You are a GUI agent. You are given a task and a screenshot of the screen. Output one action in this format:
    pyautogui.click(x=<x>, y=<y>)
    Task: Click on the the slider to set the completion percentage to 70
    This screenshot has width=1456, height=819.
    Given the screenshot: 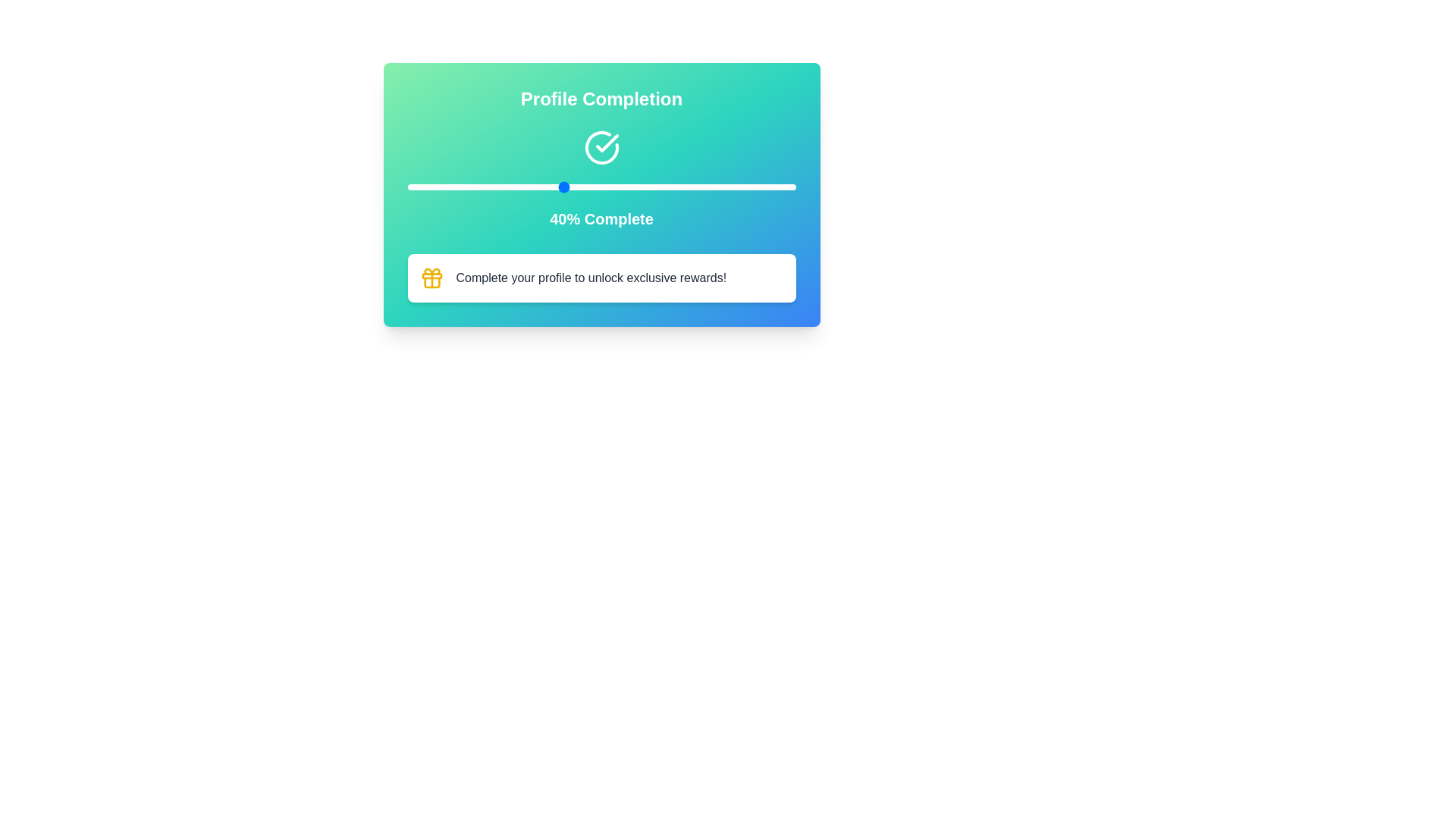 What is the action you would take?
    pyautogui.click(x=678, y=186)
    